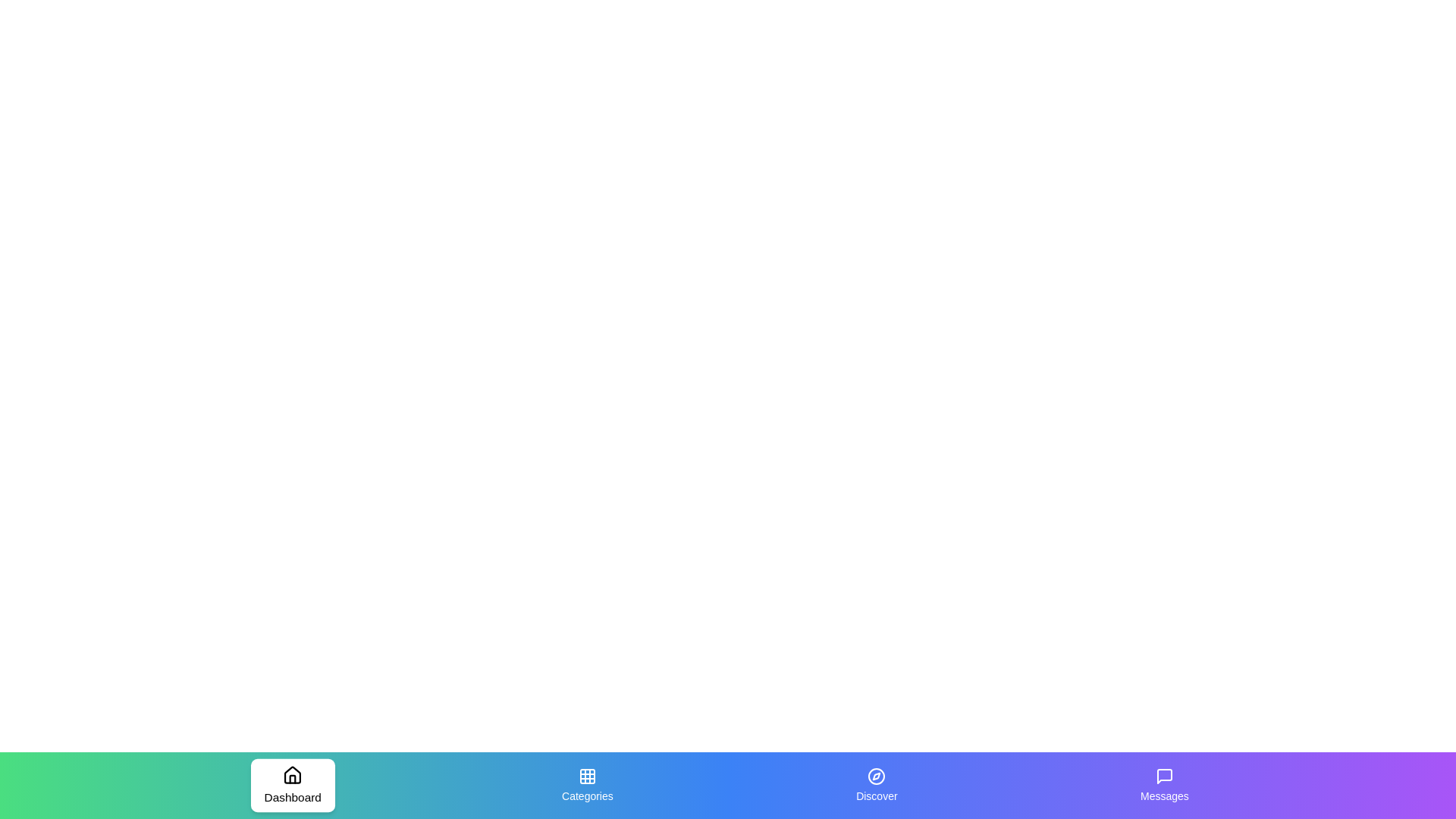  I want to click on the Dashboard tab by clicking on its icon or label, so click(292, 785).